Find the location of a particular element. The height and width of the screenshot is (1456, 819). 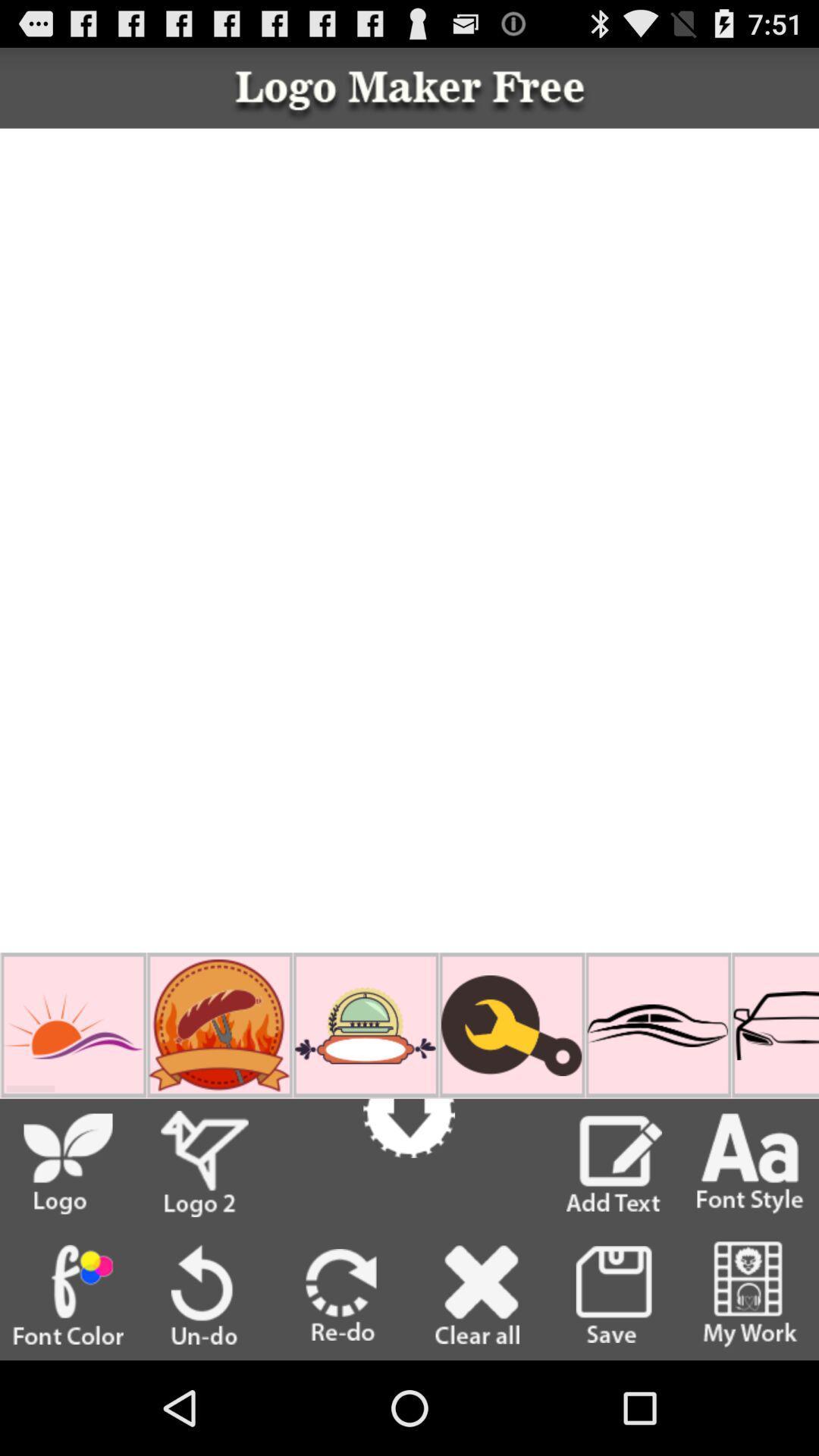

my work is located at coordinates (751, 1294).